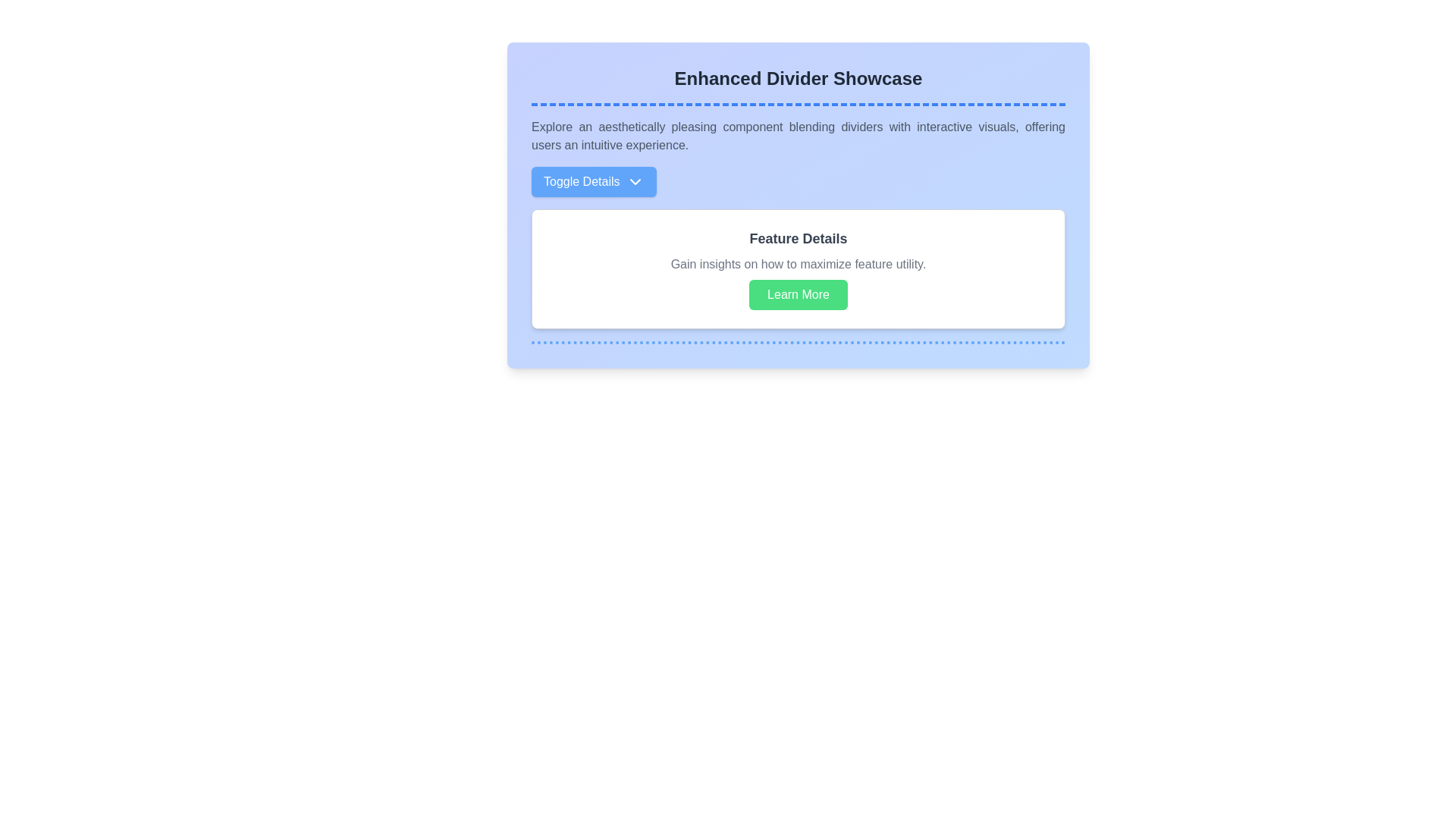 Image resolution: width=1456 pixels, height=819 pixels. I want to click on descriptive text block located below the dashed divider in a light blue section, which provides an overview of the component above and the interactive functionalities below, so click(797, 136).